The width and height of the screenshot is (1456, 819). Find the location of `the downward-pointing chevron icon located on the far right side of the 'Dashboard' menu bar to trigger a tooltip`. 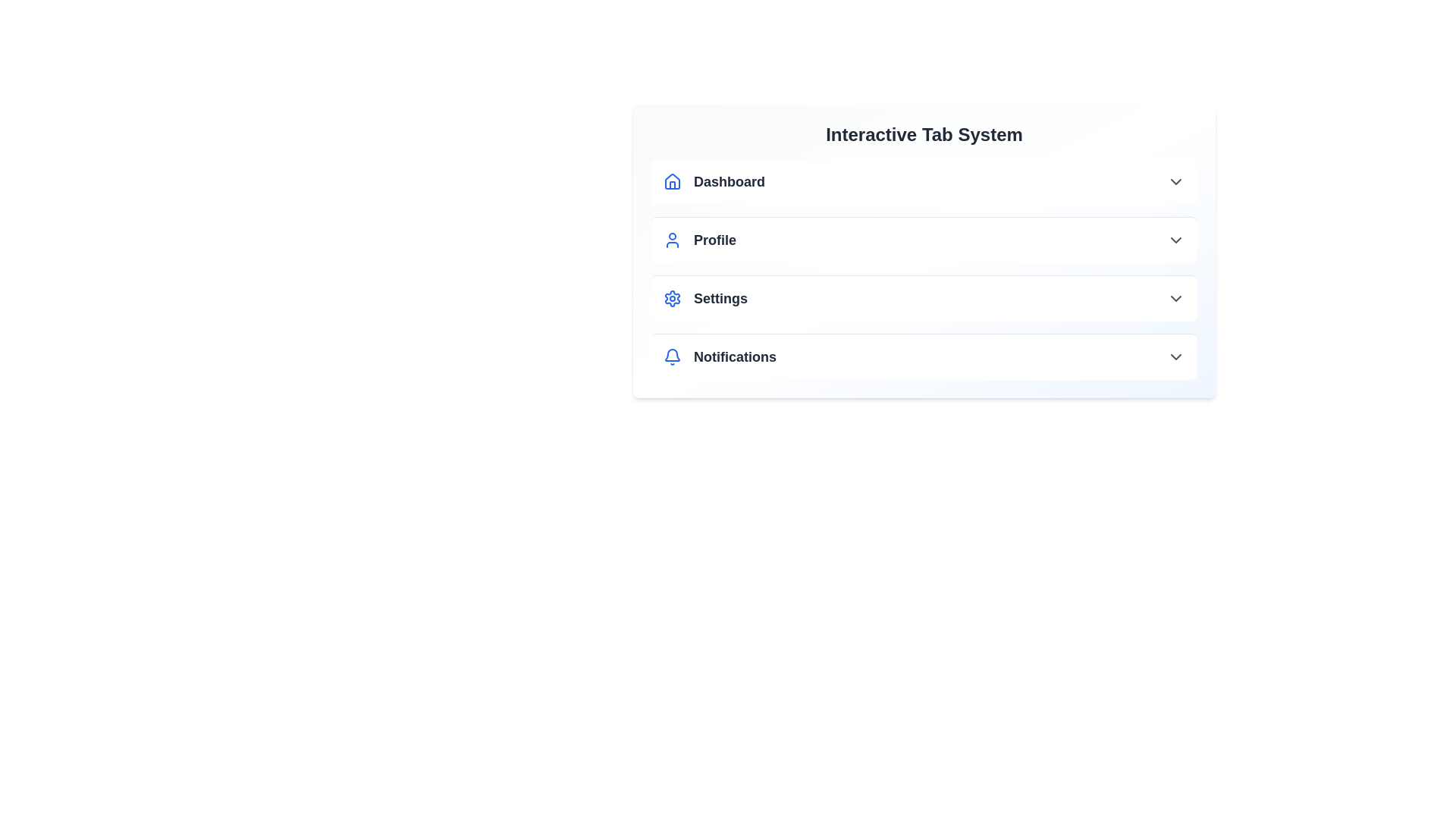

the downward-pointing chevron icon located on the far right side of the 'Dashboard' menu bar to trigger a tooltip is located at coordinates (1175, 180).